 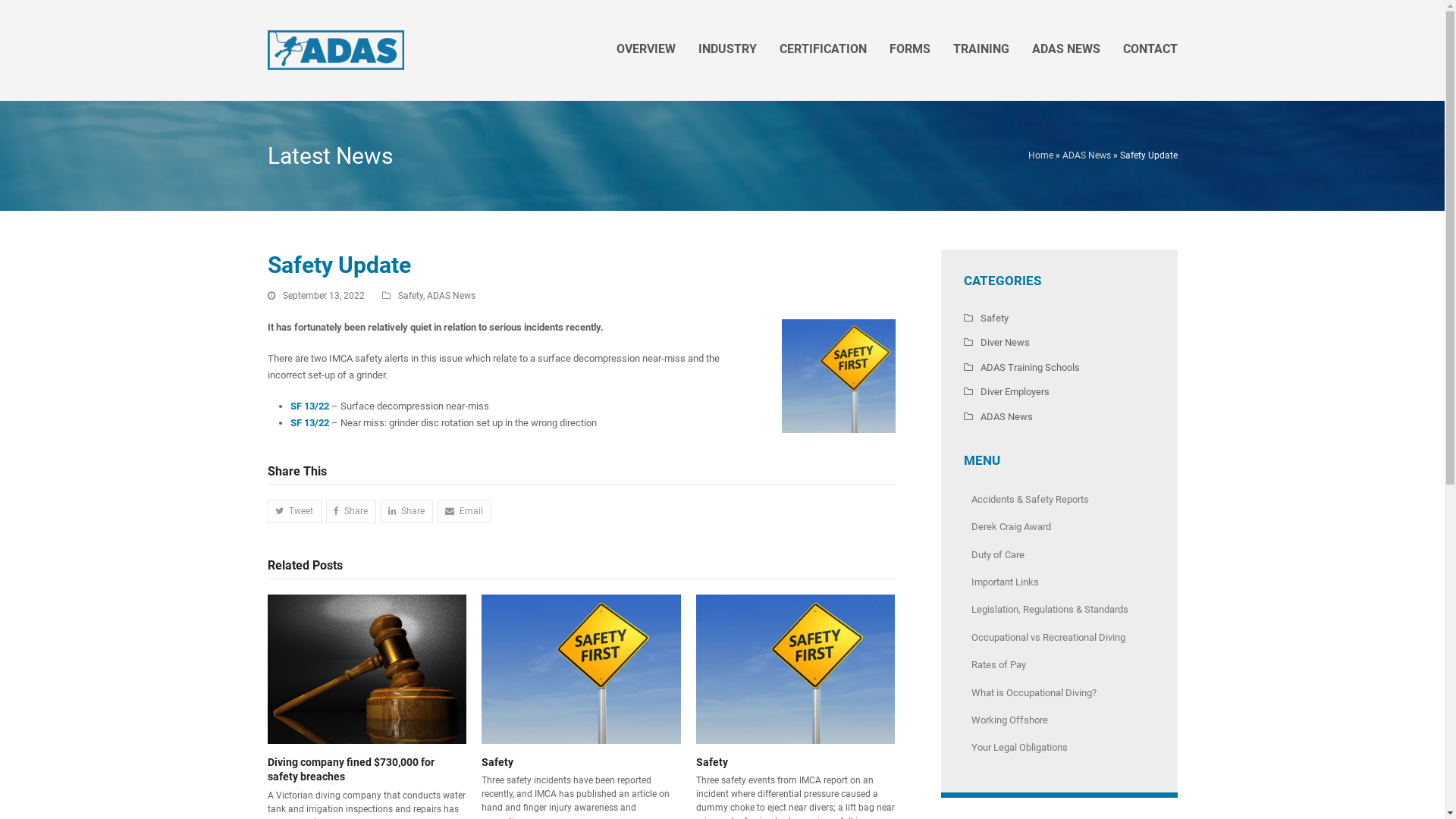 What do you see at coordinates (726, 49) in the screenshot?
I see `'INDUSTRY'` at bounding box center [726, 49].